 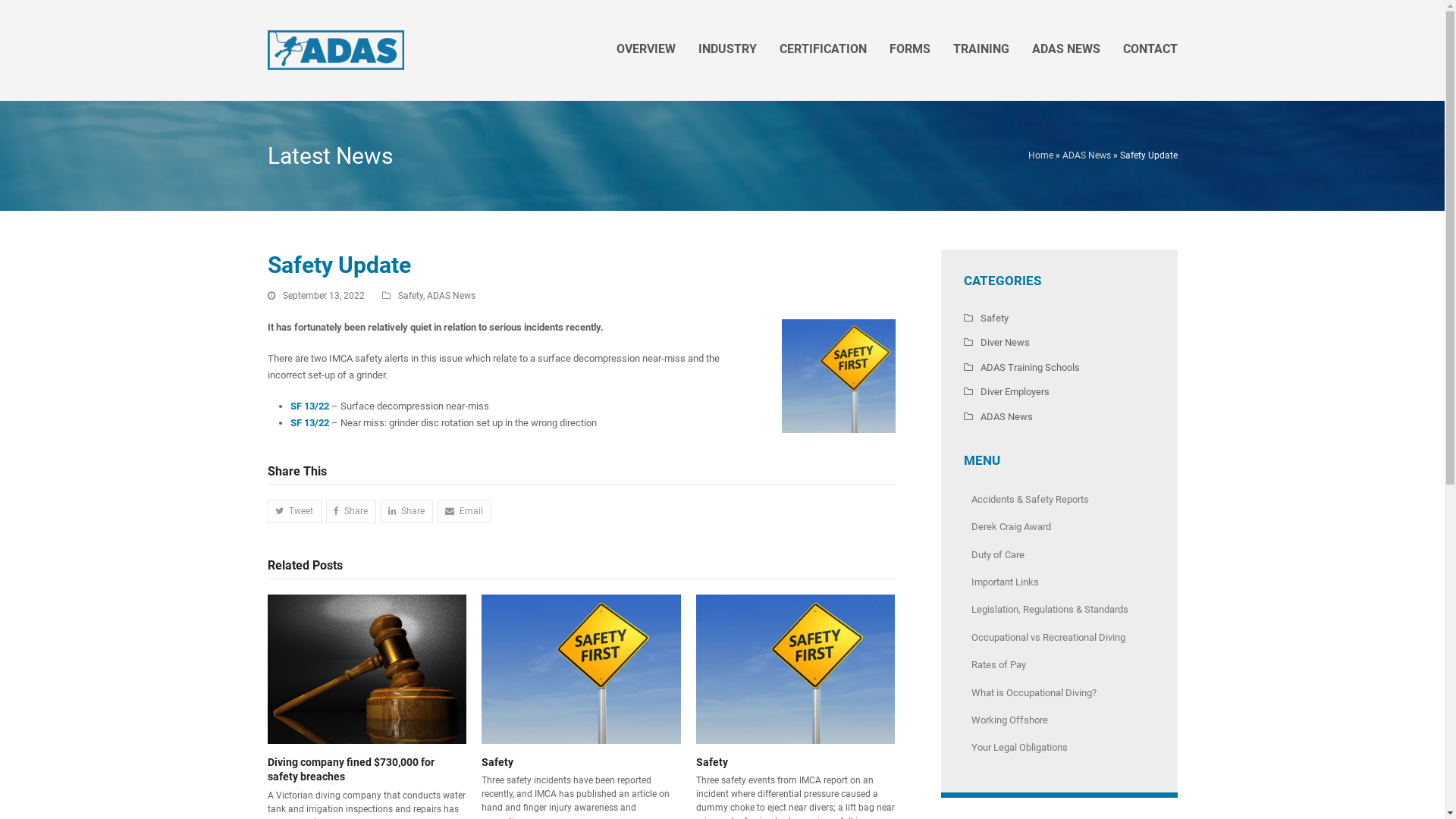 What do you see at coordinates (726, 49) in the screenshot?
I see `'INDUSTRY'` at bounding box center [726, 49].